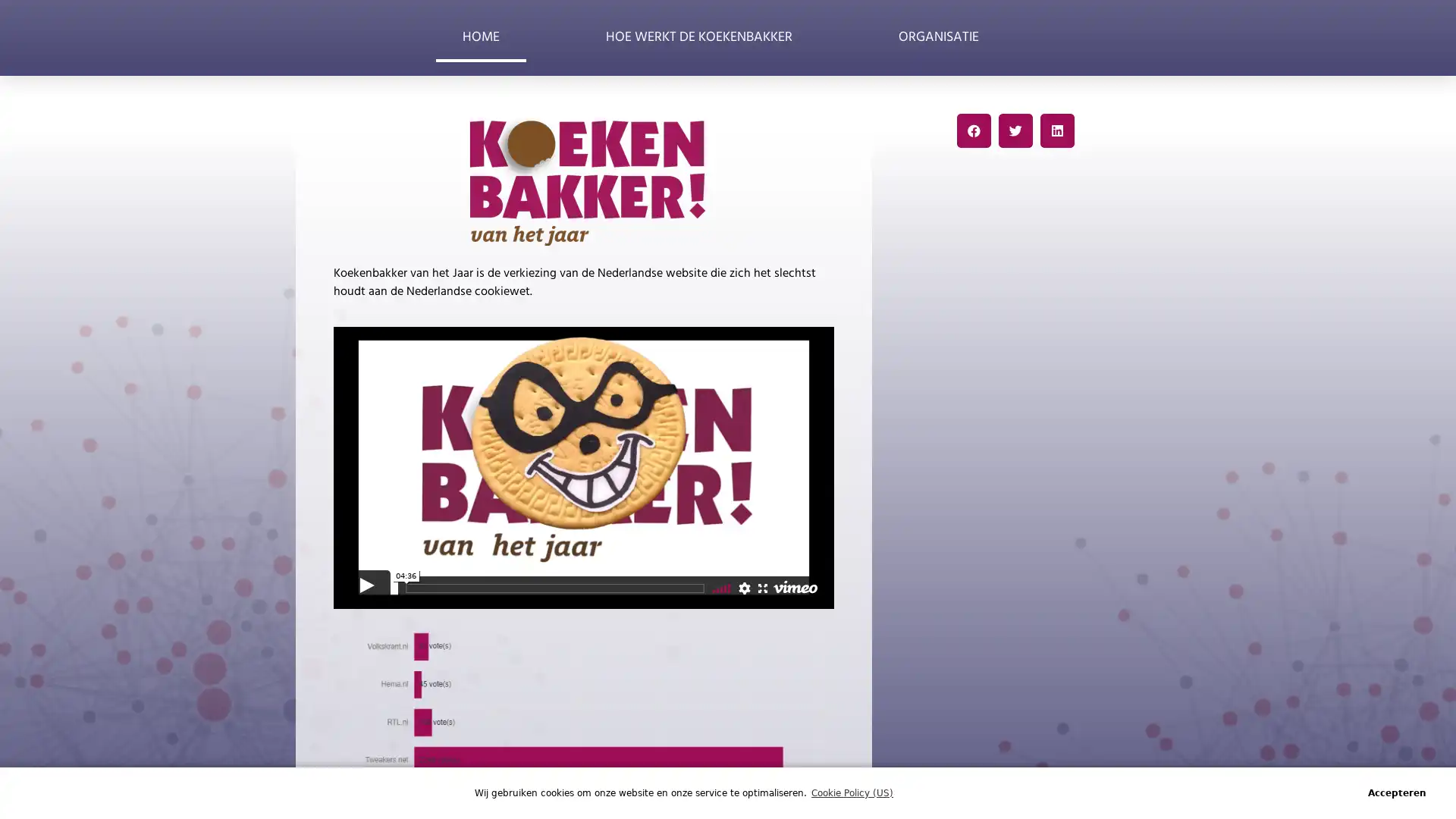 The image size is (1456, 819). I want to click on dismiss cookie message, so click(1396, 792).